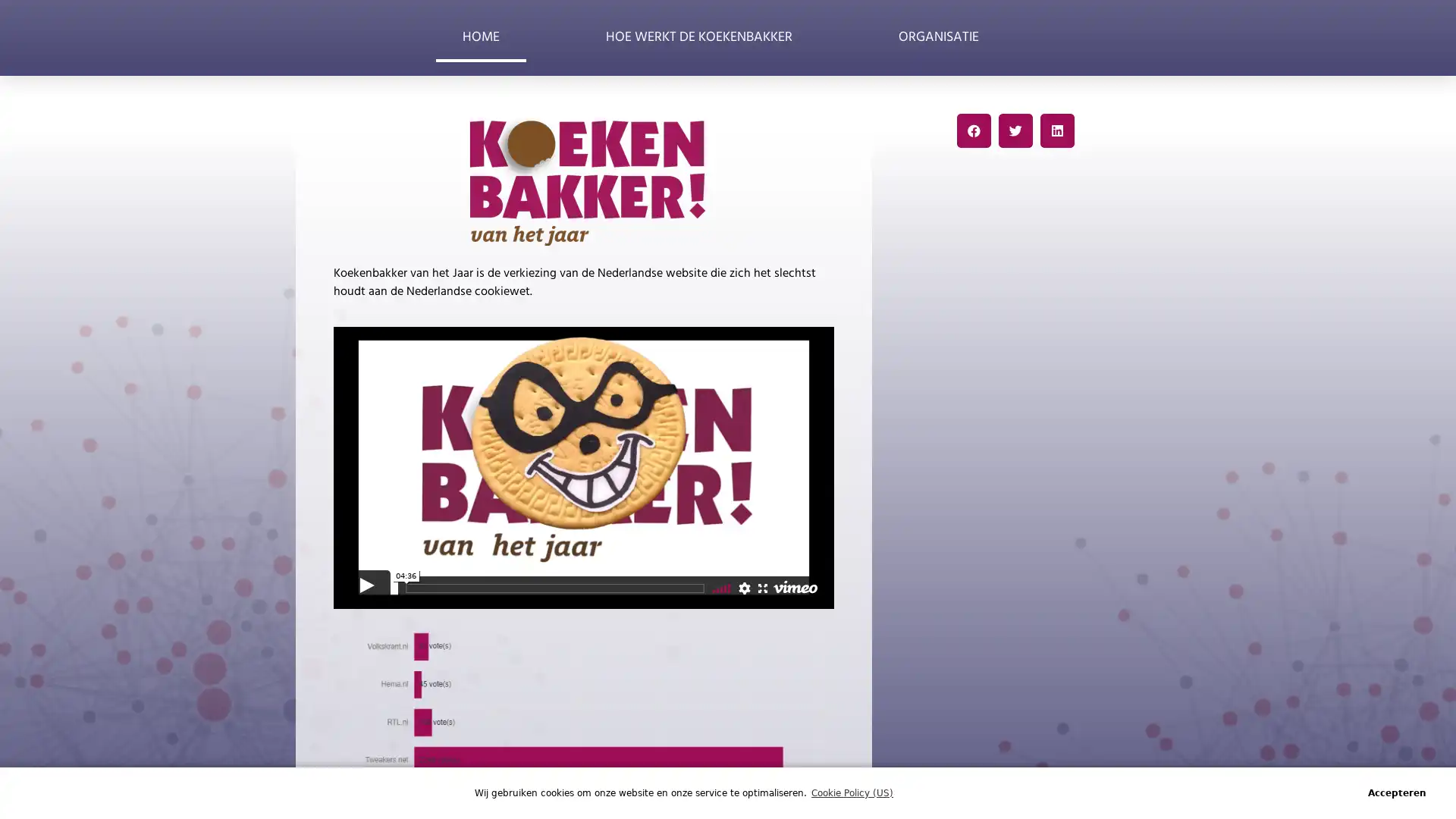 The image size is (1456, 819). I want to click on dismiss cookie message, so click(1396, 792).